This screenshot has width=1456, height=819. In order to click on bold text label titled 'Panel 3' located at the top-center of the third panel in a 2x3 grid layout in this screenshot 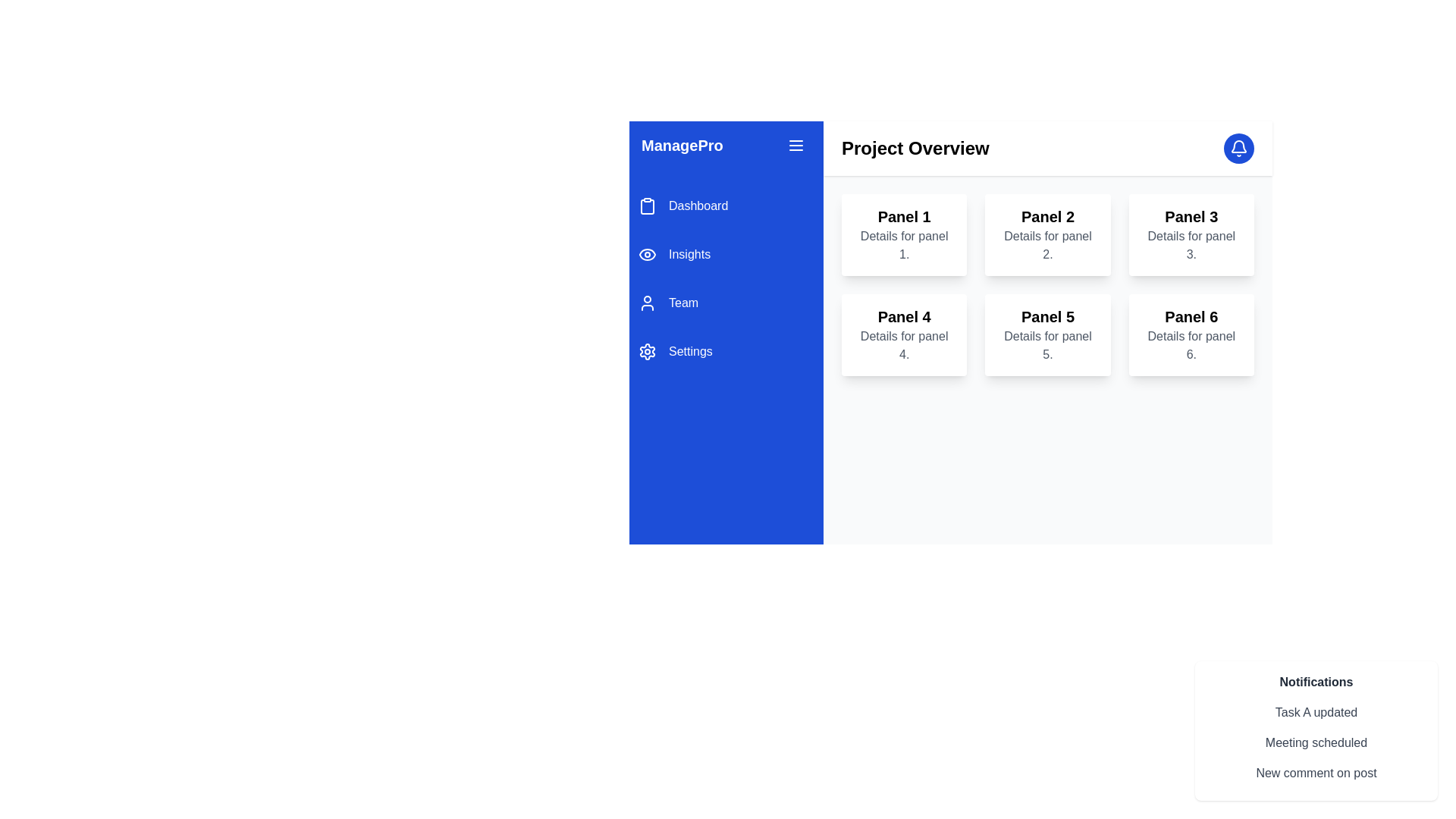, I will do `click(1191, 216)`.